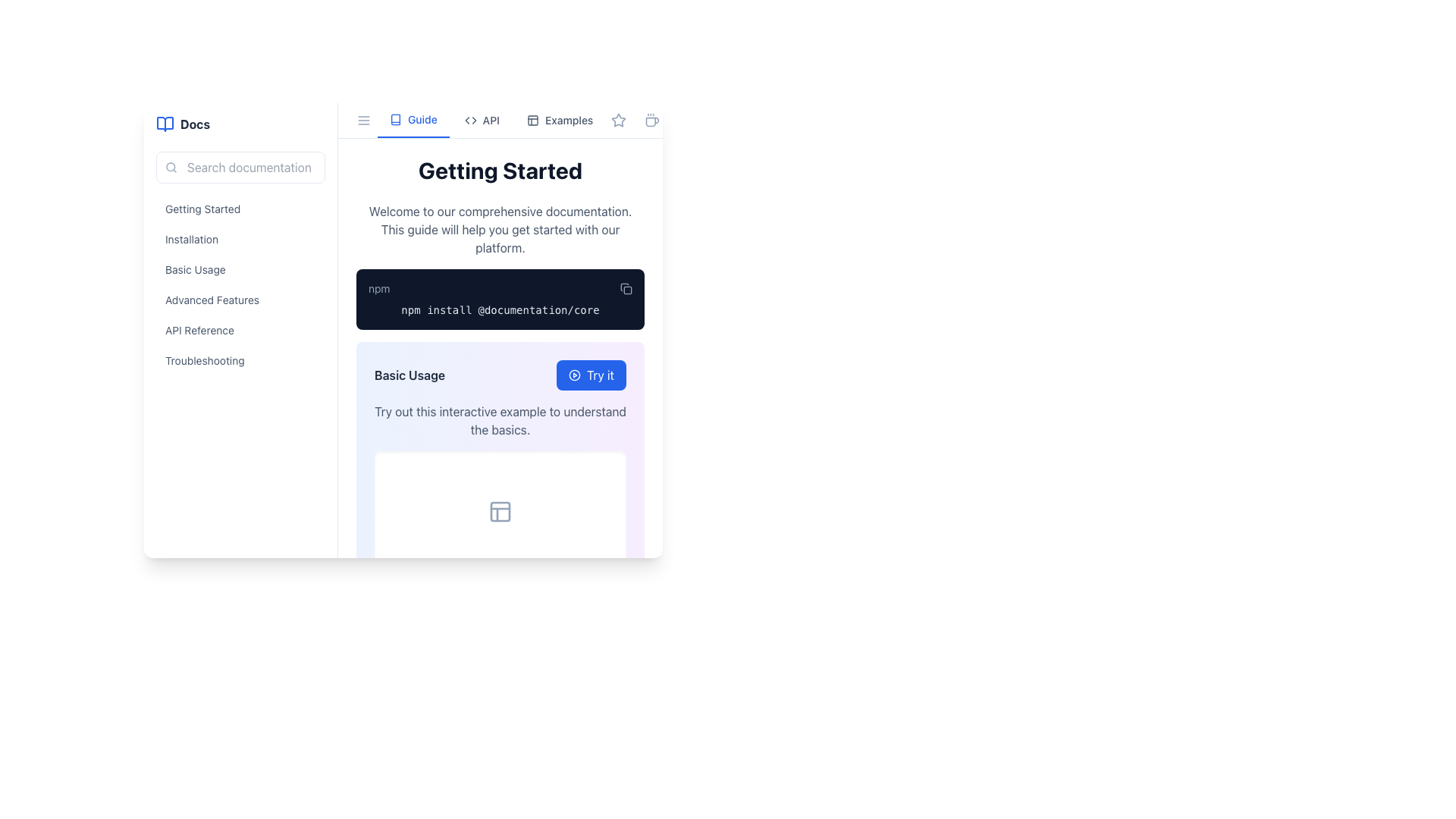 This screenshot has width=1456, height=819. What do you see at coordinates (240, 329) in the screenshot?
I see `the navigational button in the sidebar menu that redirects to the API Reference section, which is the fifth item in the list, positioned below 'Advanced Features' and above 'Troubleshooting'` at bounding box center [240, 329].